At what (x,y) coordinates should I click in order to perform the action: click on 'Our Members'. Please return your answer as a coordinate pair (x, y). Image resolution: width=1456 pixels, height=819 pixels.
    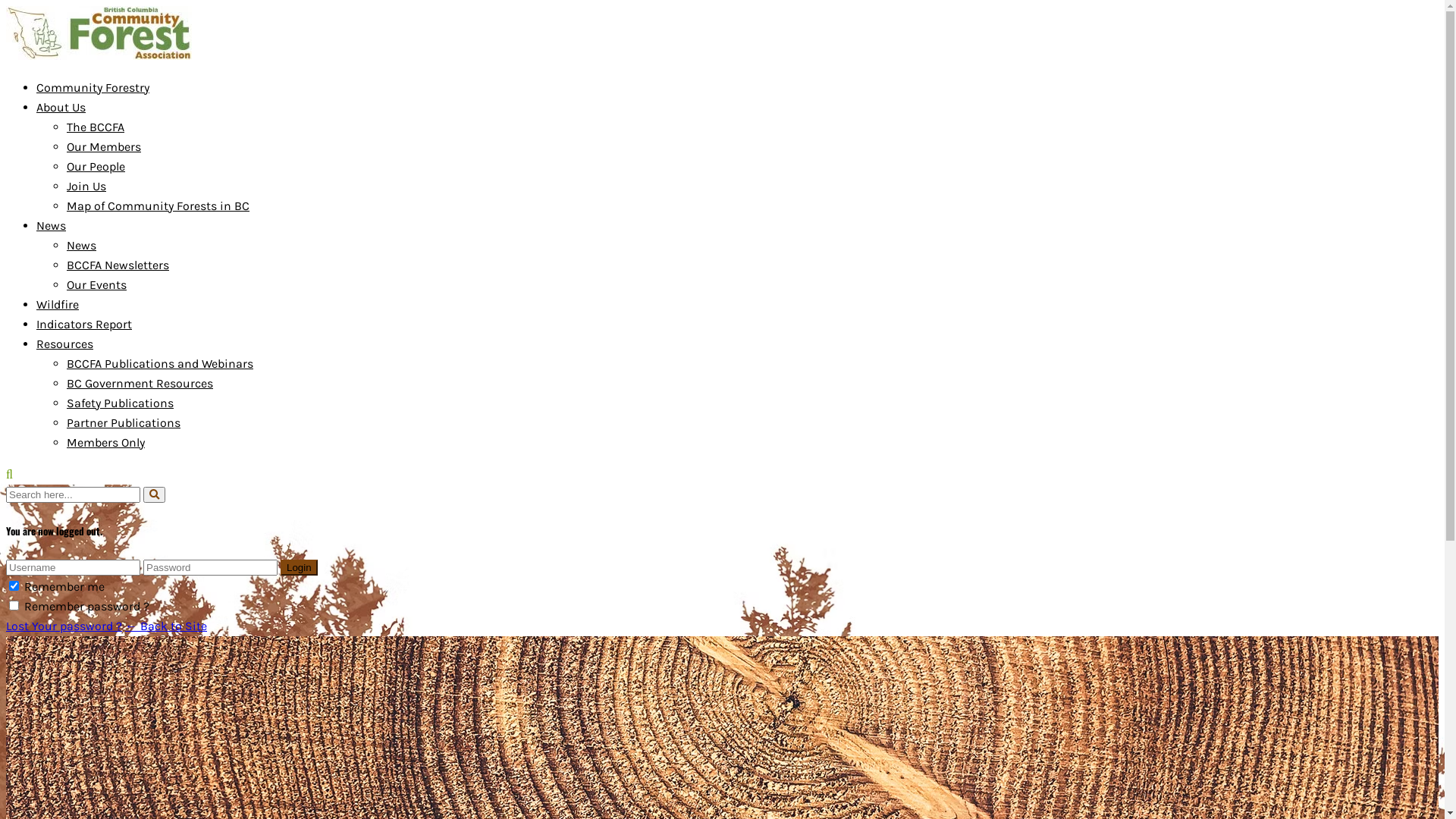
    Looking at the image, I should click on (103, 146).